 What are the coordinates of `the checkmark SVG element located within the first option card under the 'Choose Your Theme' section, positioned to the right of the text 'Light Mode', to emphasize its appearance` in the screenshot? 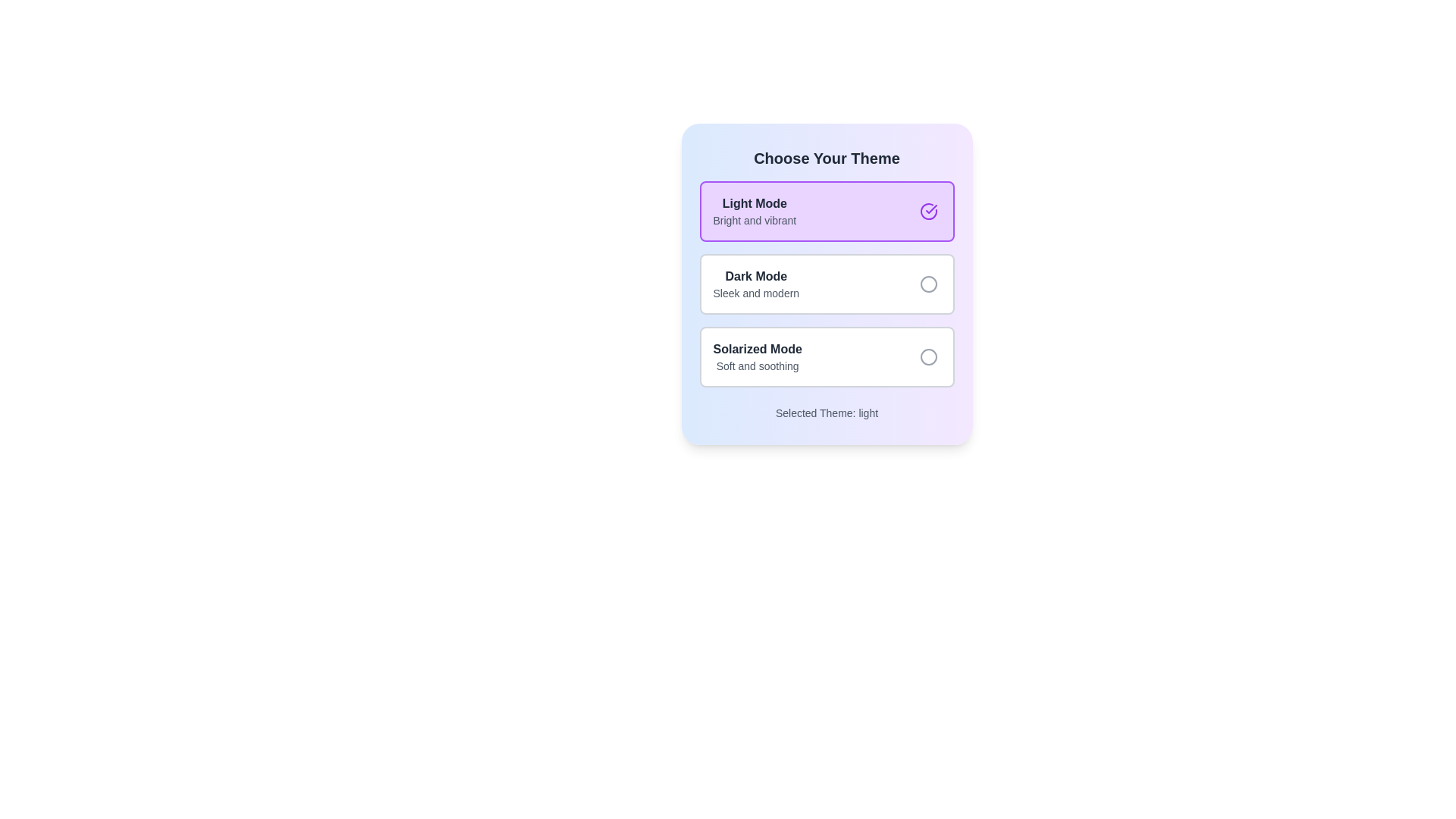 It's located at (930, 209).